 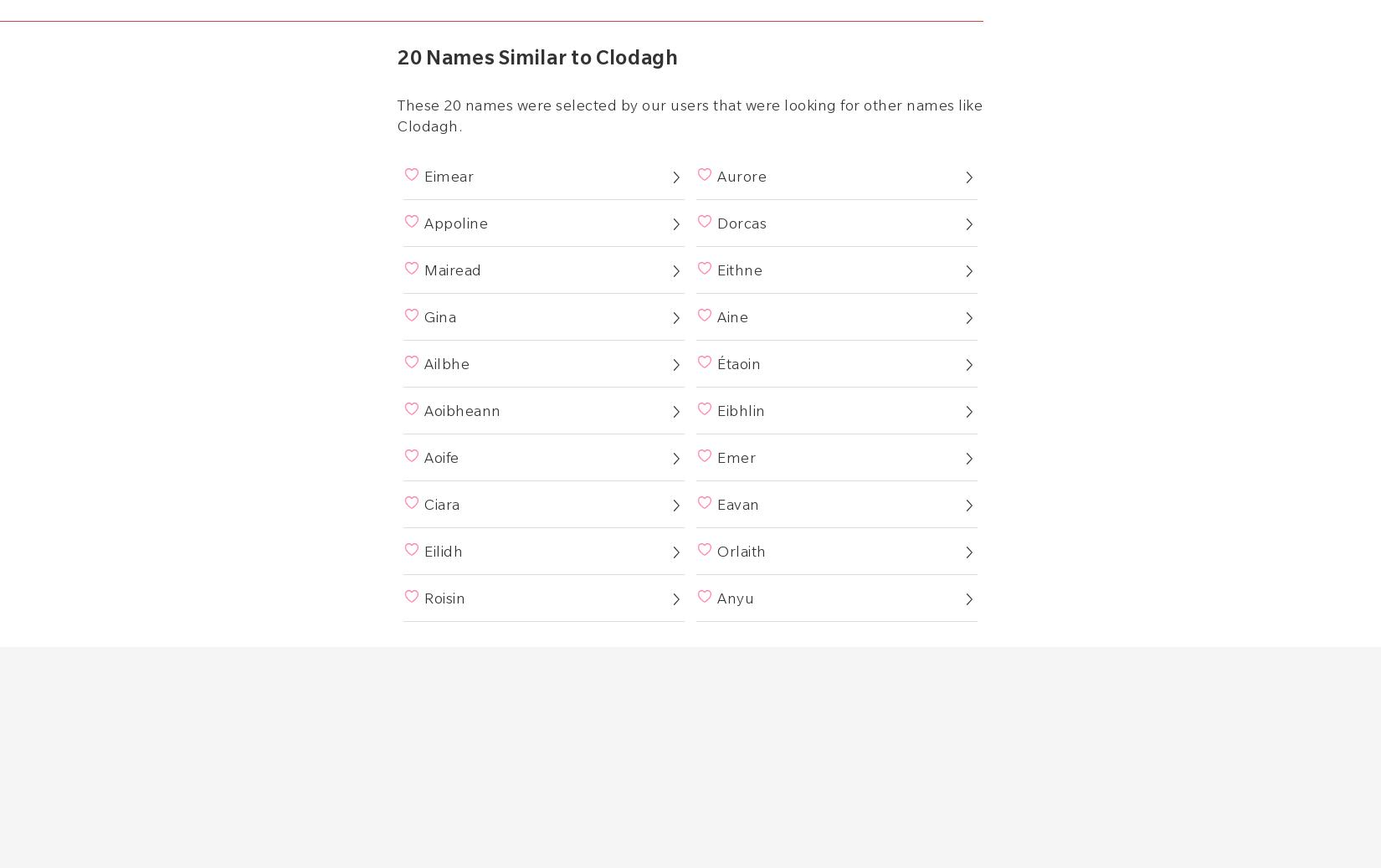 I want to click on 'Gina', so click(x=439, y=316).